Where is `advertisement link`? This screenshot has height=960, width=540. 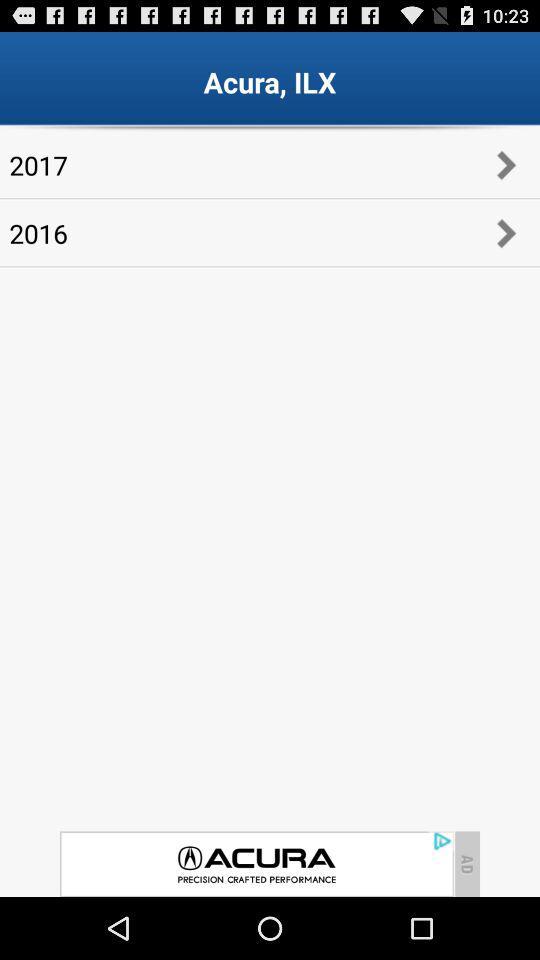 advertisement link is located at coordinates (256, 863).